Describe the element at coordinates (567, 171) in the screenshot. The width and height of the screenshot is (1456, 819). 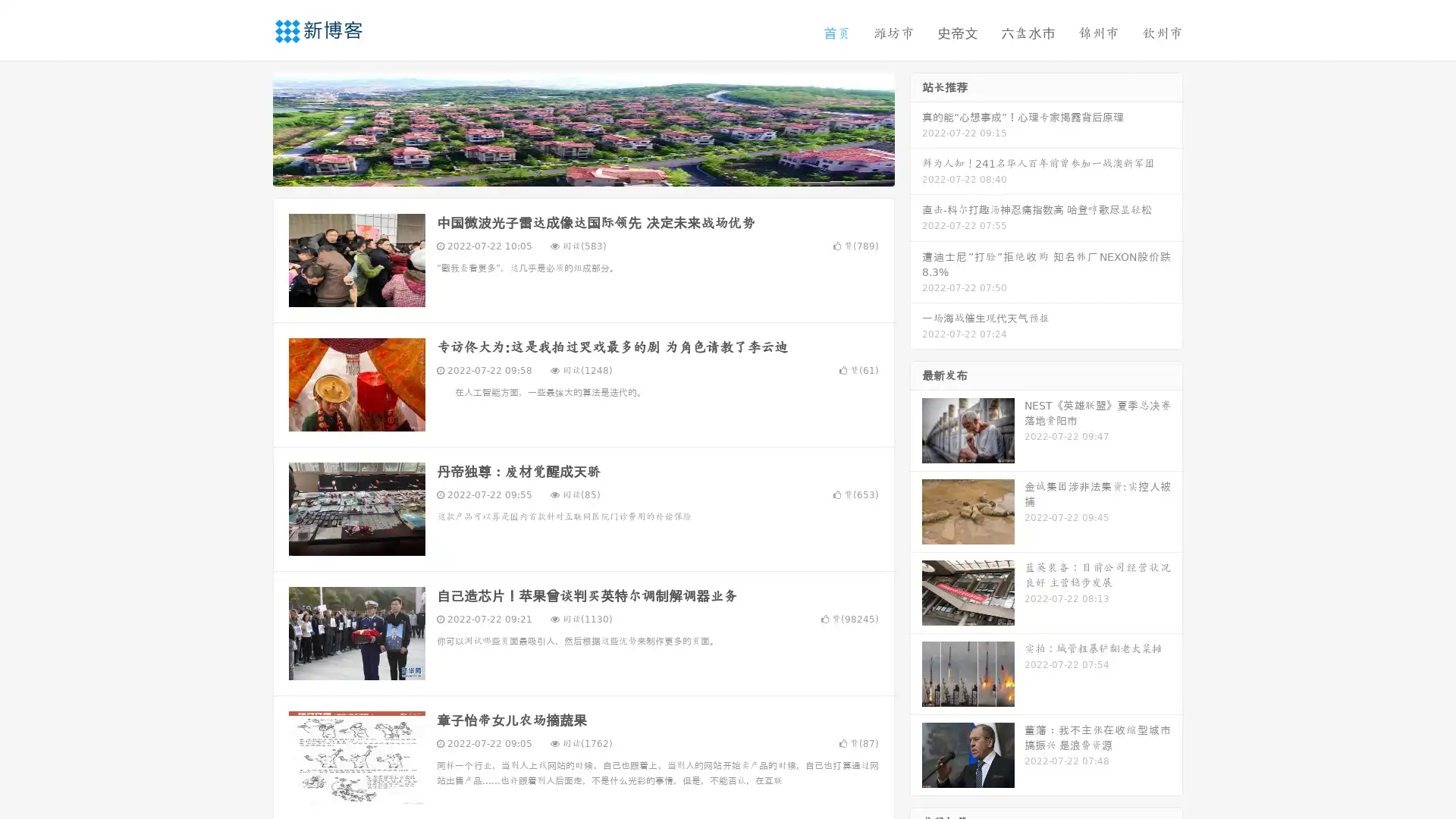
I see `Go to slide 1` at that location.